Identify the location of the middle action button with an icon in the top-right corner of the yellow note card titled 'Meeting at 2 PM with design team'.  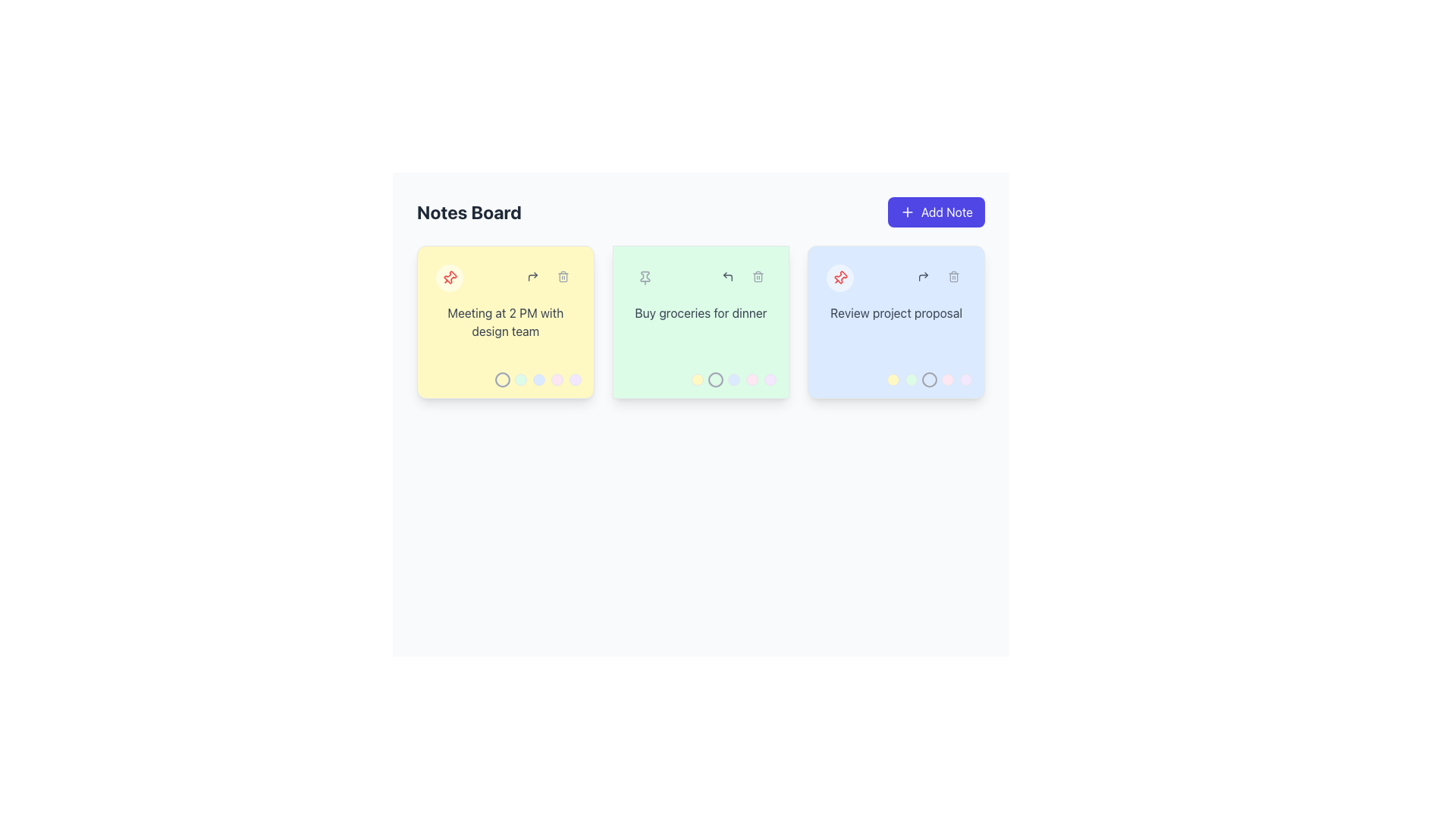
(532, 277).